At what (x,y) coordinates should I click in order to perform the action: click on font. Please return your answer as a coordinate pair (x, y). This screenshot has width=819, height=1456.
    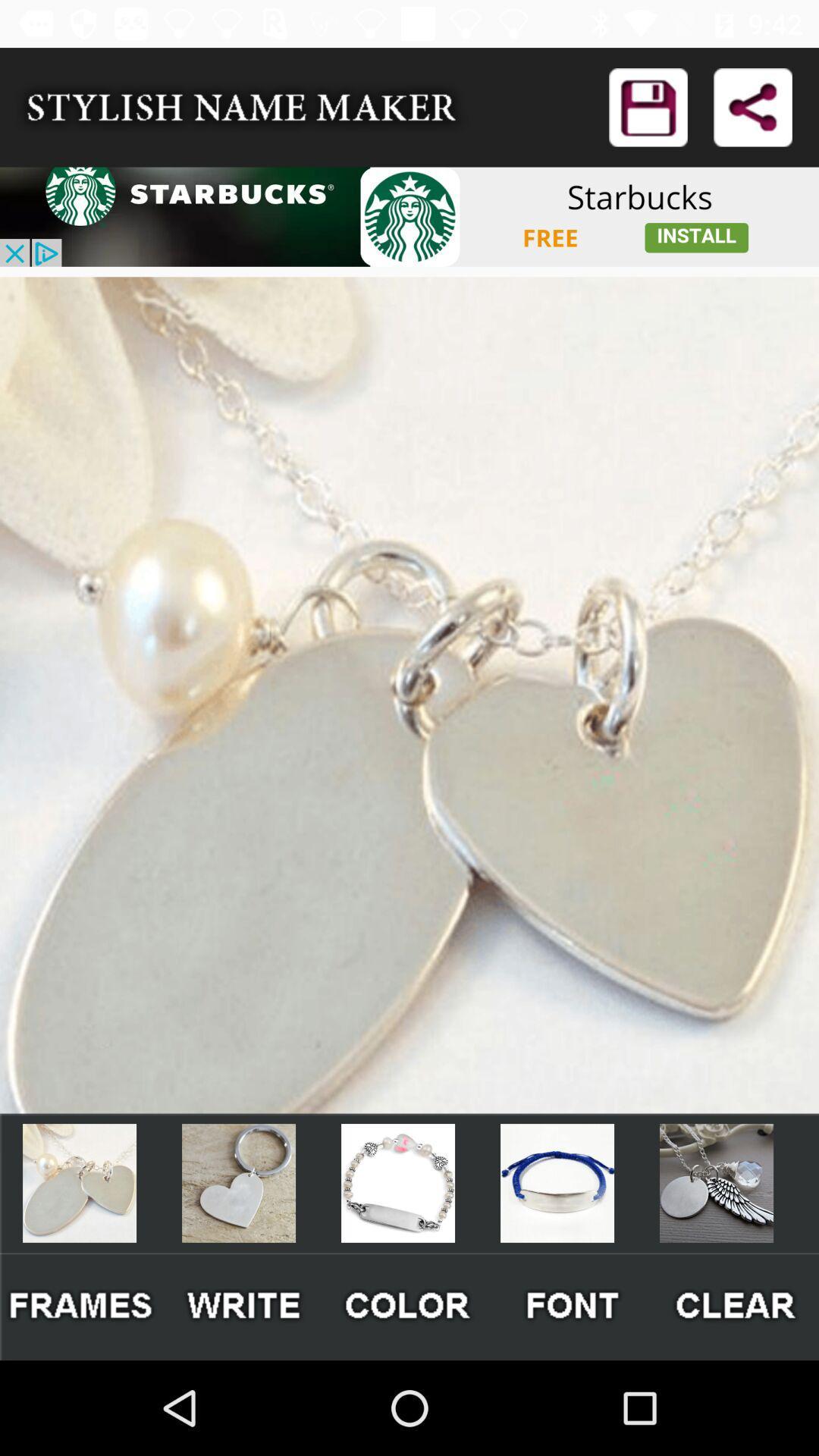
    Looking at the image, I should click on (573, 1306).